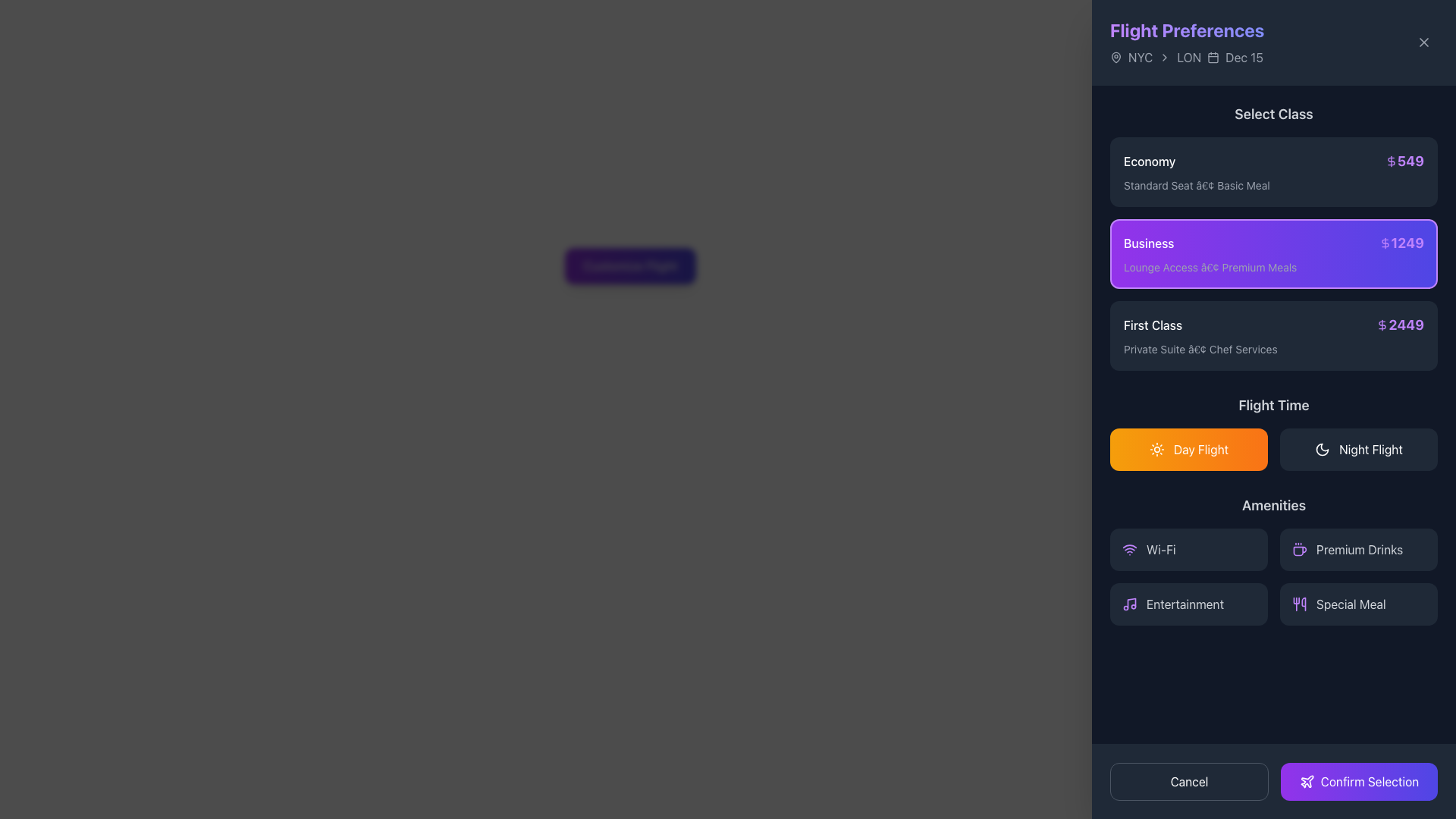  I want to click on the 'Confirm Selection' button which contains the flight confirmation icon, so click(1306, 781).